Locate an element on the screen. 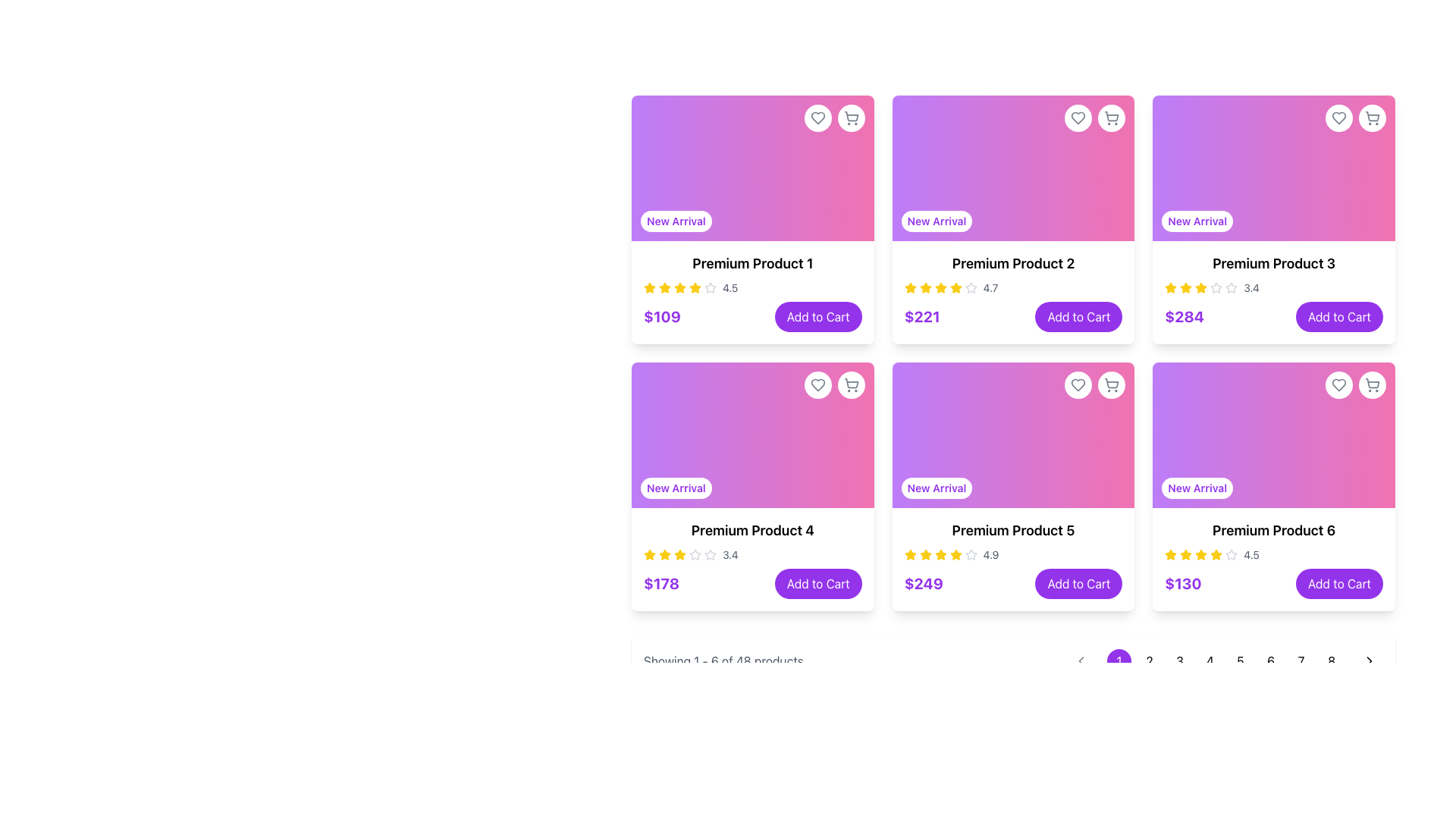 The image size is (1456, 819). the shopping cart icon located in the top-right corner of the card for 'Premium Product 3' is located at coordinates (1372, 117).